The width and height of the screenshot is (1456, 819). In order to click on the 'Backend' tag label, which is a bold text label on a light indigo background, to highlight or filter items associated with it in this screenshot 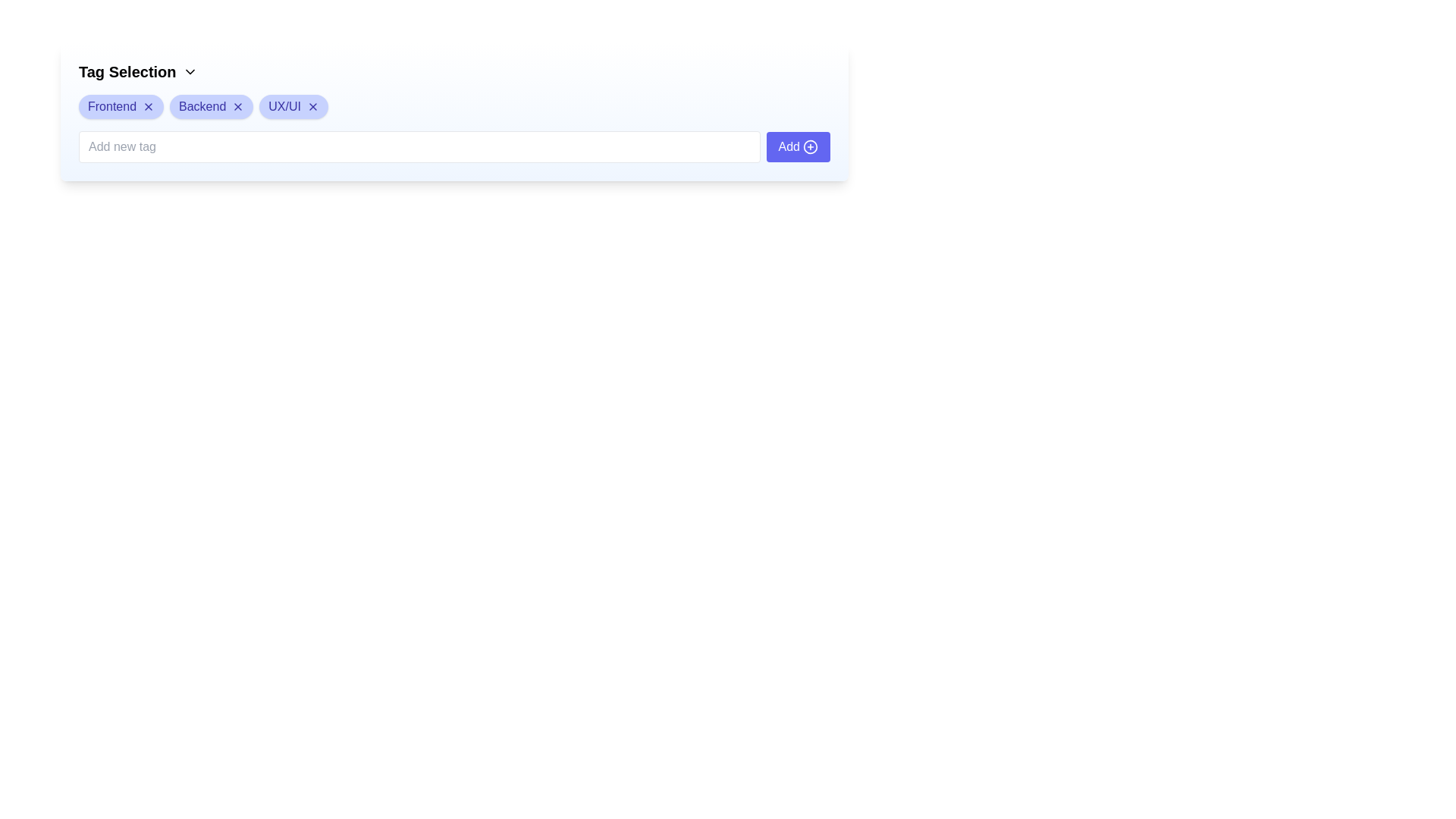, I will do `click(202, 106)`.